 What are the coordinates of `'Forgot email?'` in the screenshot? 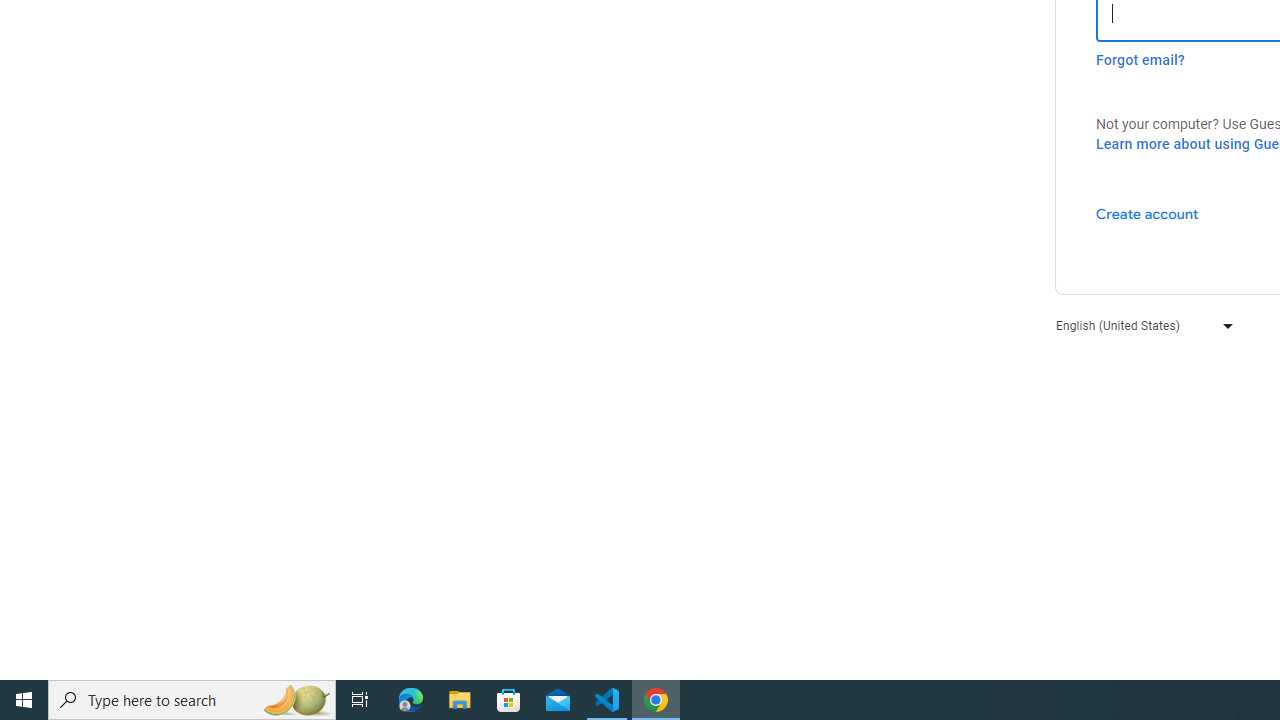 It's located at (1140, 59).